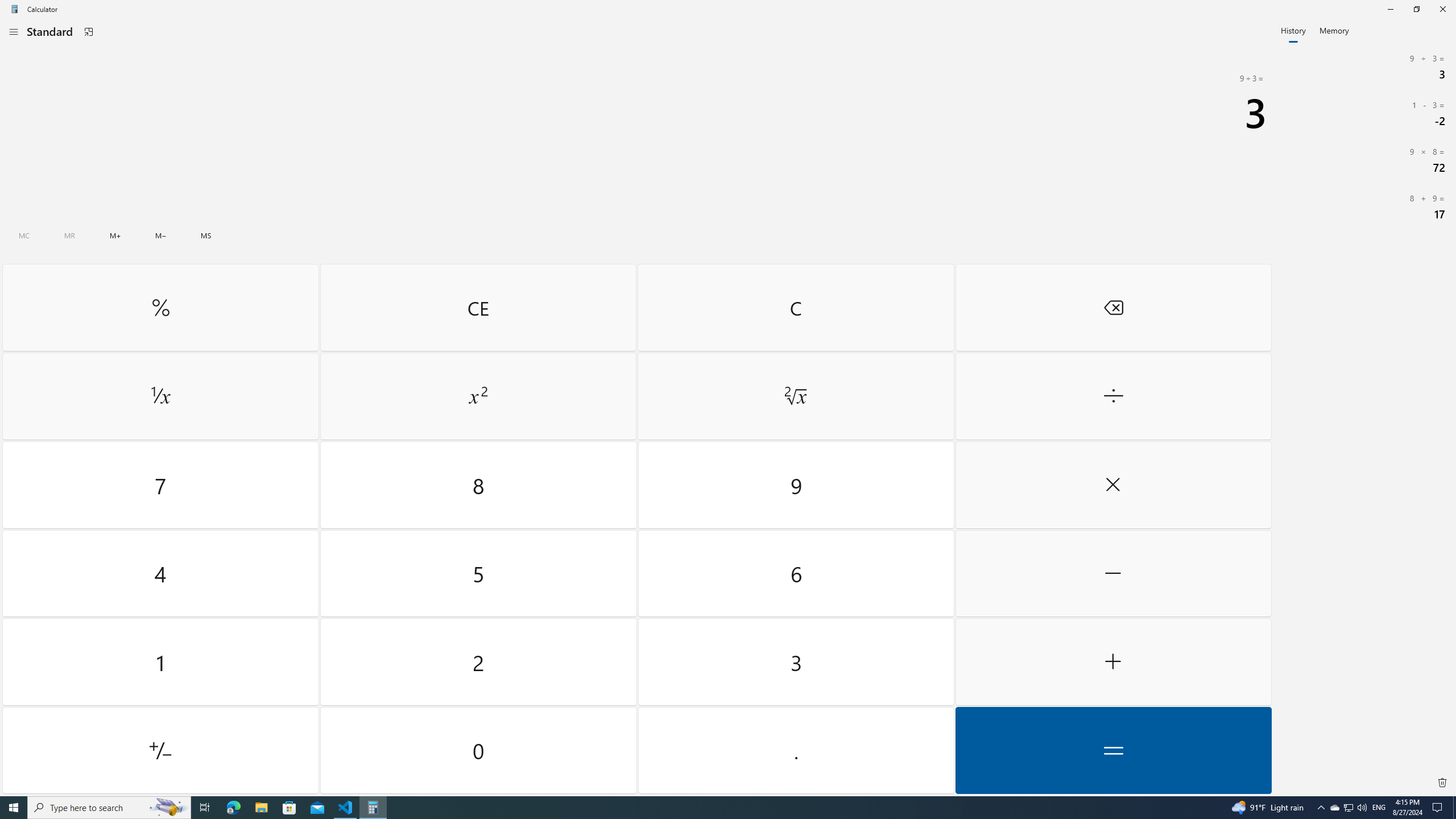 The width and height of the screenshot is (1456, 819). What do you see at coordinates (160, 573) in the screenshot?
I see `'Four'` at bounding box center [160, 573].